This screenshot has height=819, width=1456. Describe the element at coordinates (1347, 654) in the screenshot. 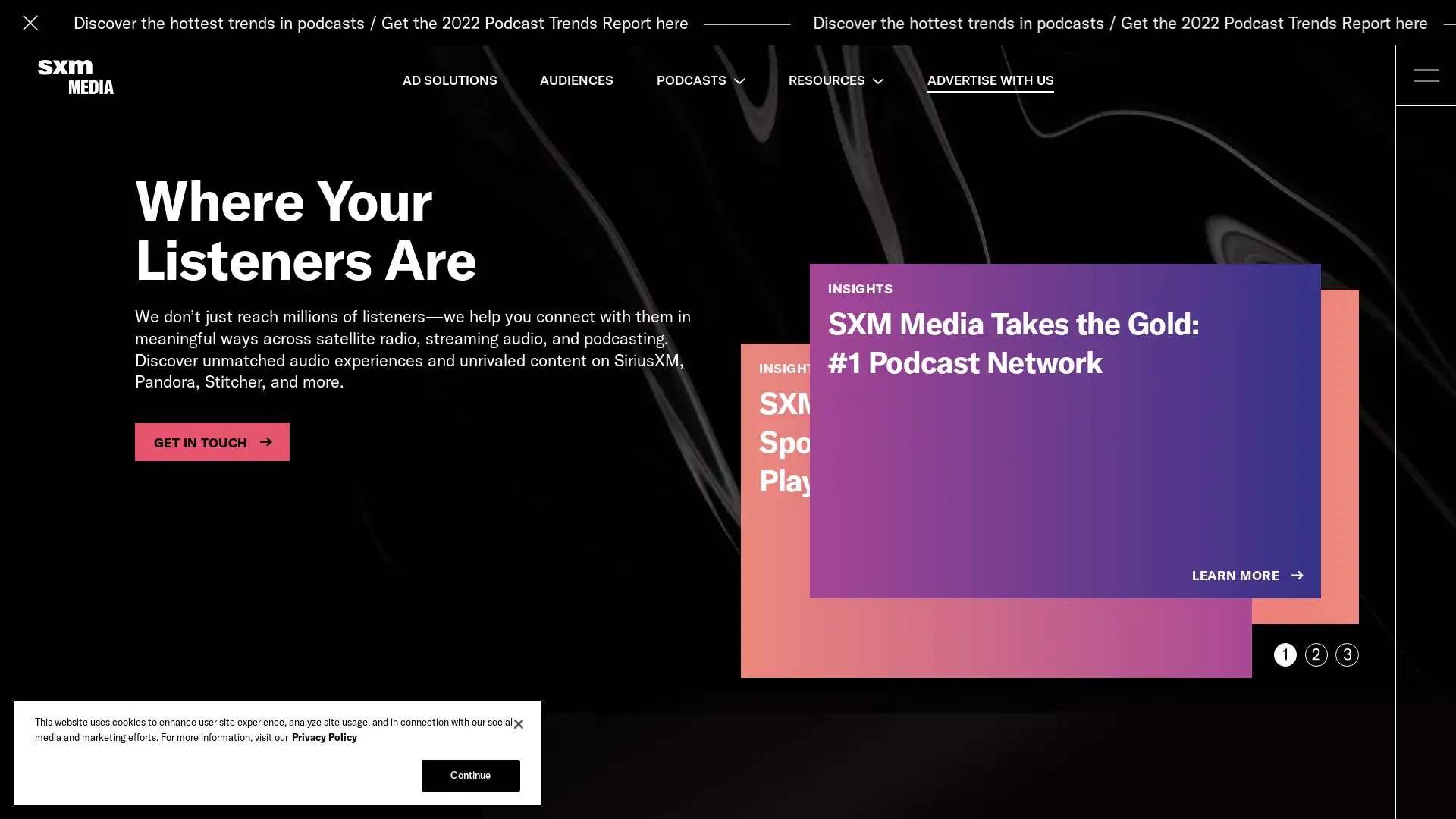

I see `3` at that location.